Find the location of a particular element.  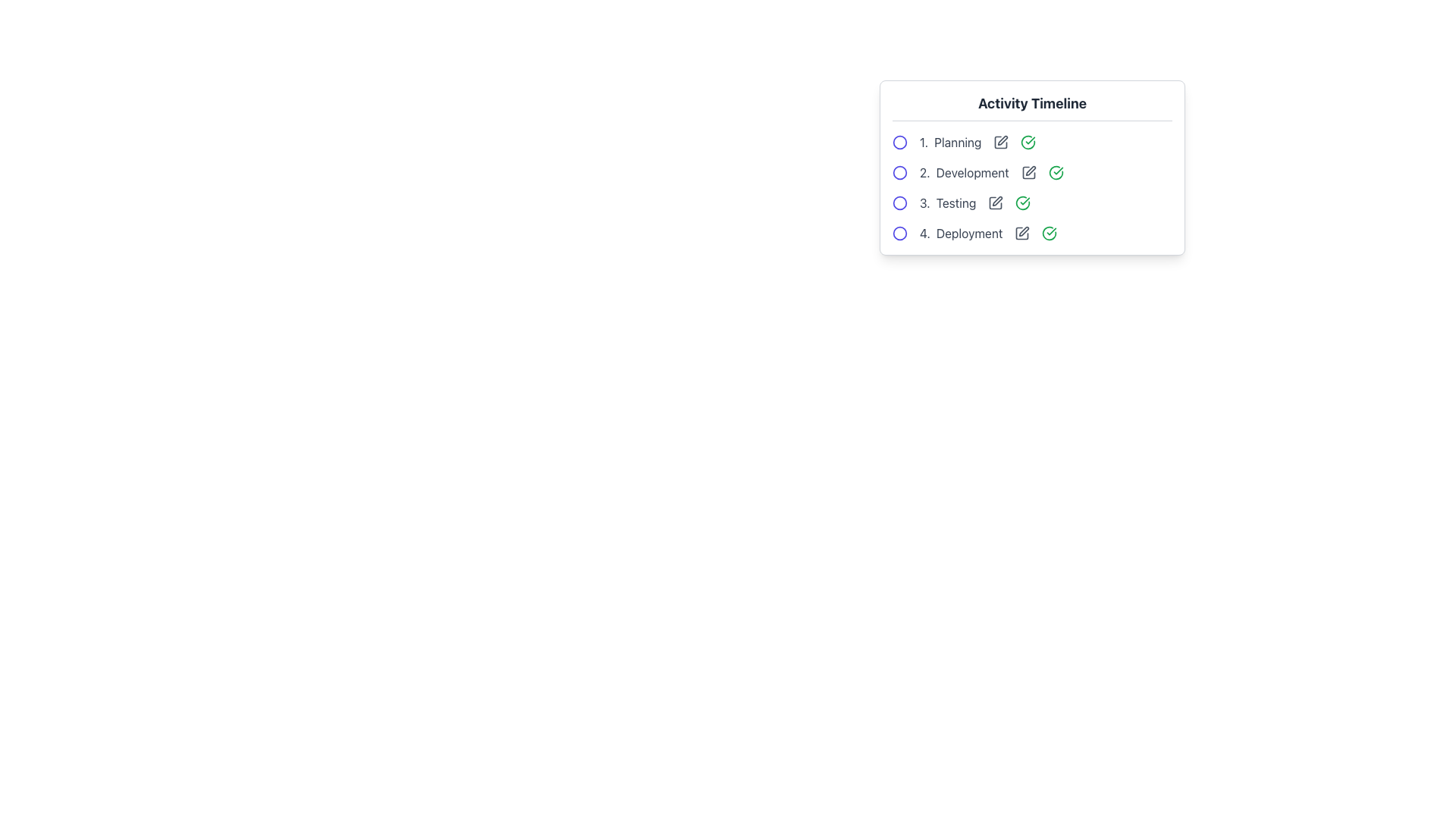

the status of the Circular icon in the 'Activity Timeline' section that precedes the text '3. Testing' is located at coordinates (899, 202).